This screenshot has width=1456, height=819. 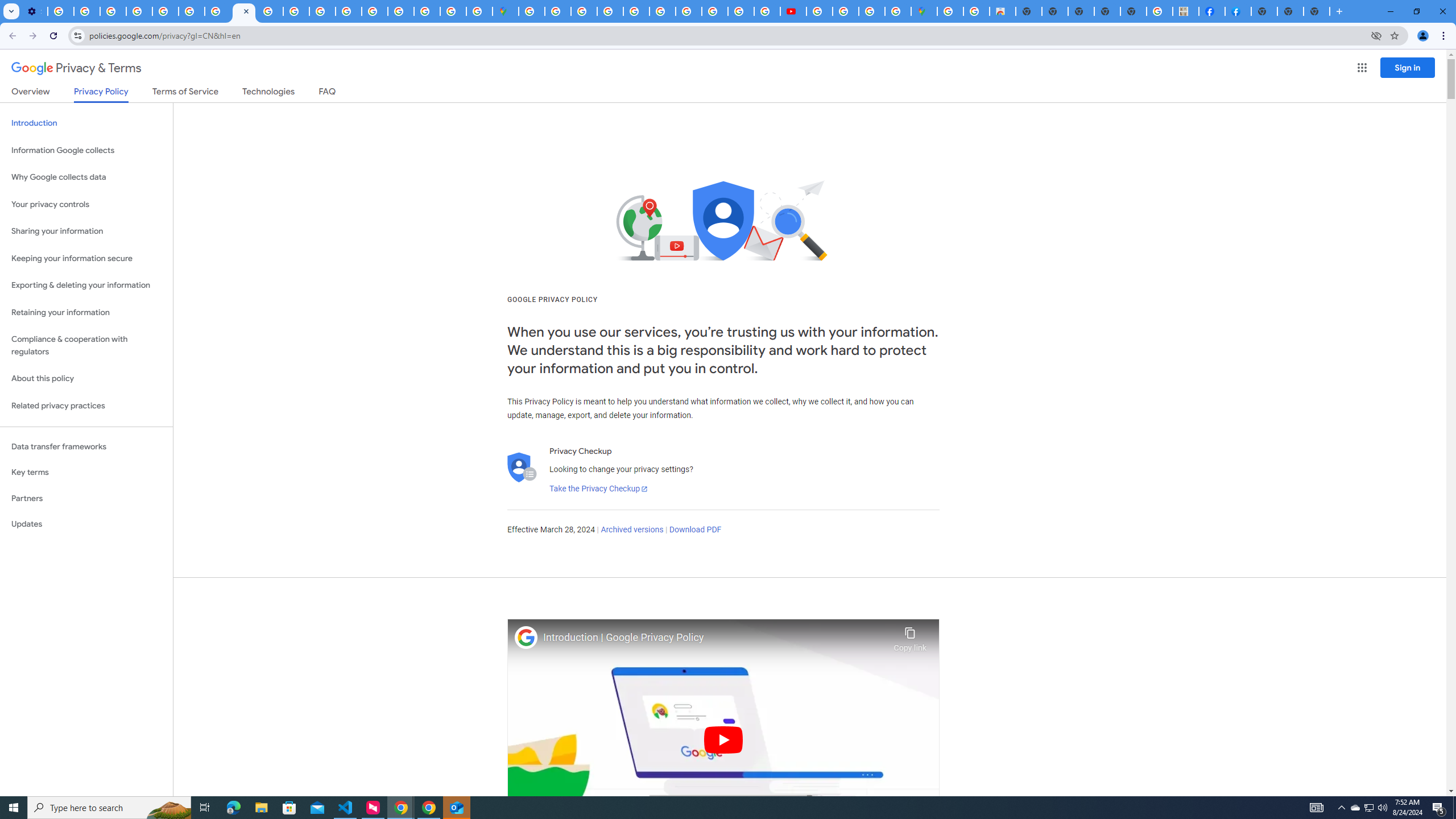 I want to click on 'Keeping your information secure', so click(x=86, y=259).